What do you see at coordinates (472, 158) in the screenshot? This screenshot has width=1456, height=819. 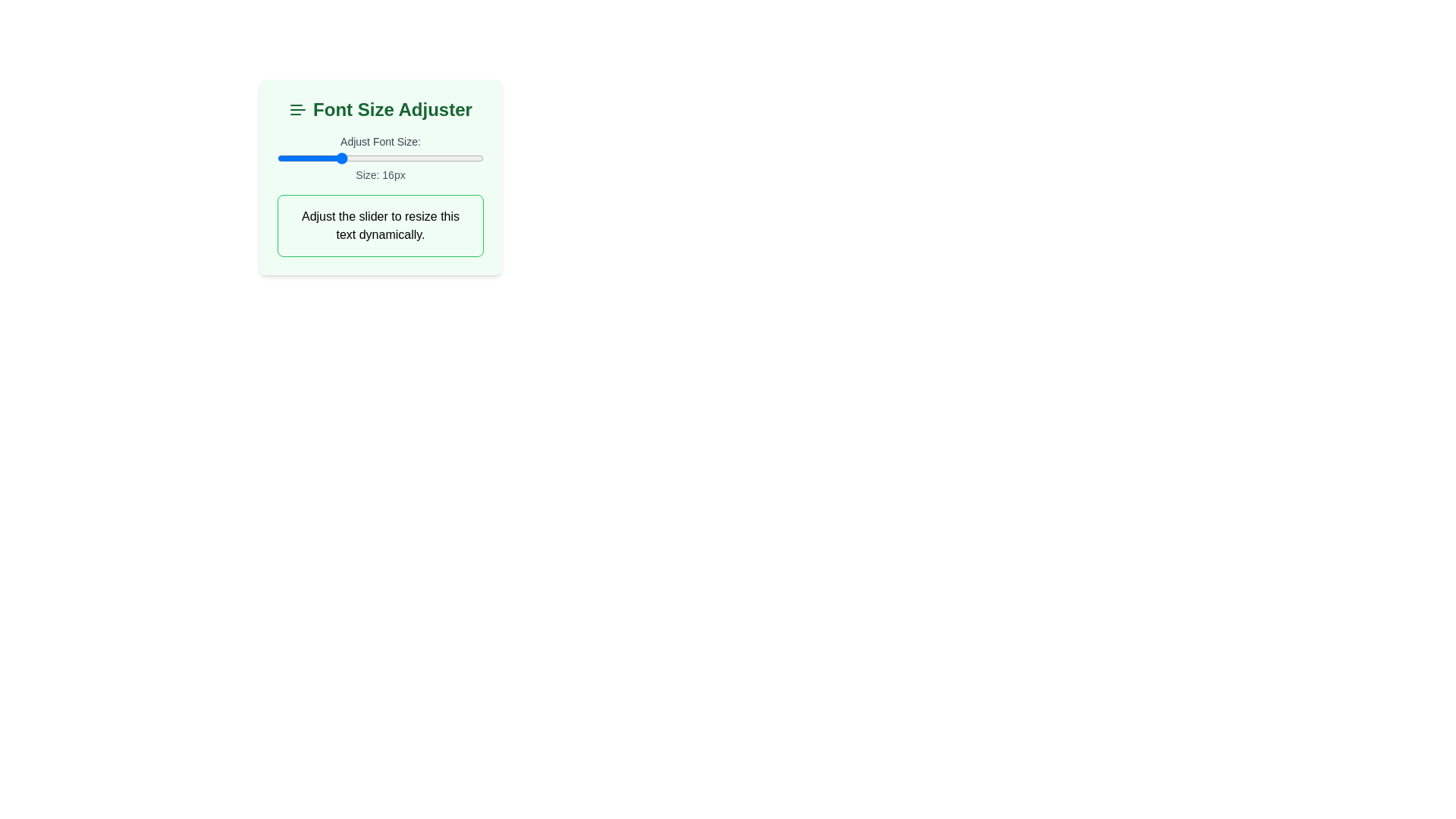 I see `the font size slider to 29 px` at bounding box center [472, 158].